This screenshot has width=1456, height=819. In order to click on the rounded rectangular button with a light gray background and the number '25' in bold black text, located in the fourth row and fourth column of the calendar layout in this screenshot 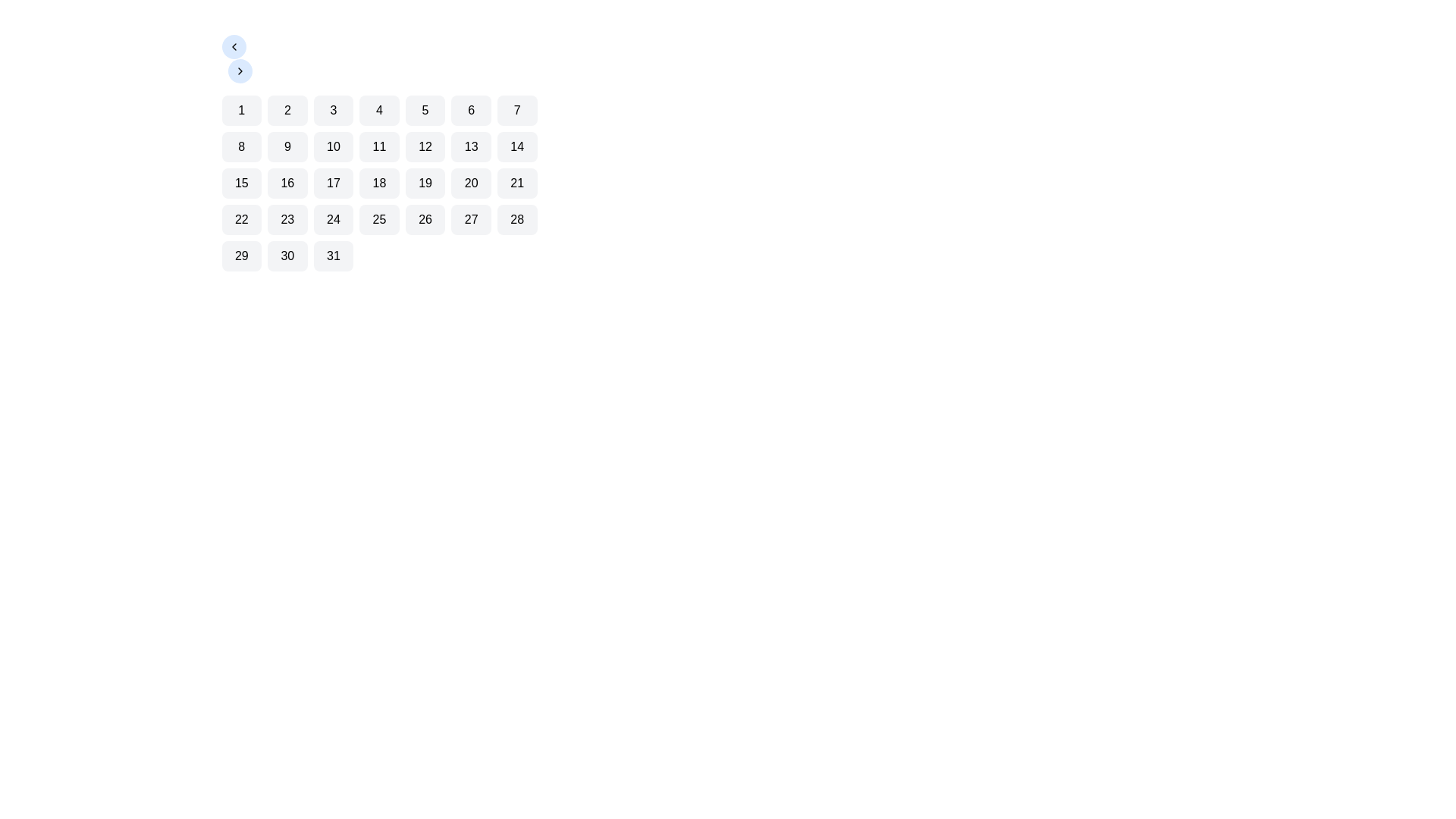, I will do `click(379, 219)`.